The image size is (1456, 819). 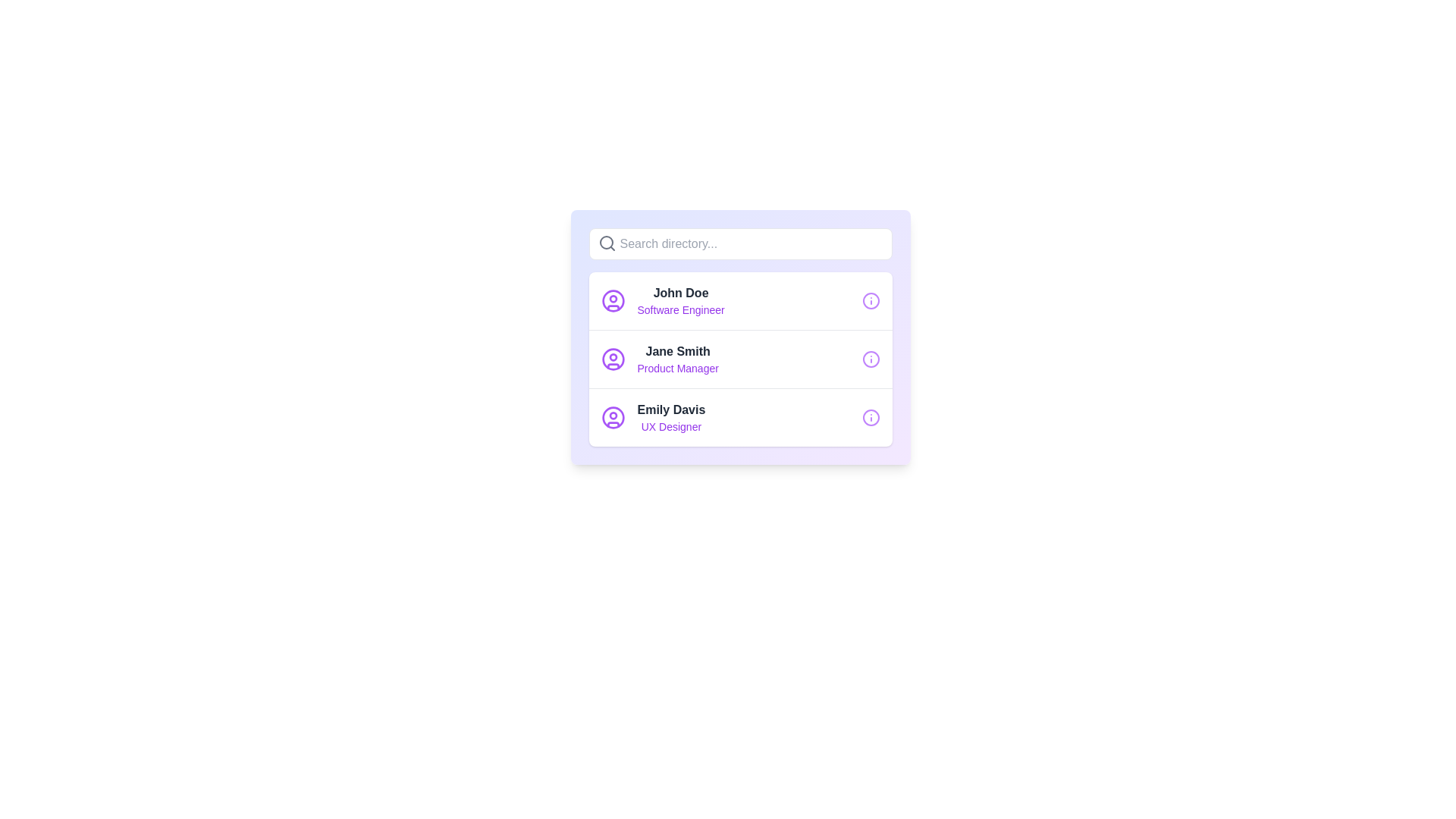 What do you see at coordinates (677, 359) in the screenshot?
I see `text block that provides the name and job title of the individual, positioned below 'John Doe Software Engineer' and above 'Emily Davis UX Designer' in the directory interface` at bounding box center [677, 359].